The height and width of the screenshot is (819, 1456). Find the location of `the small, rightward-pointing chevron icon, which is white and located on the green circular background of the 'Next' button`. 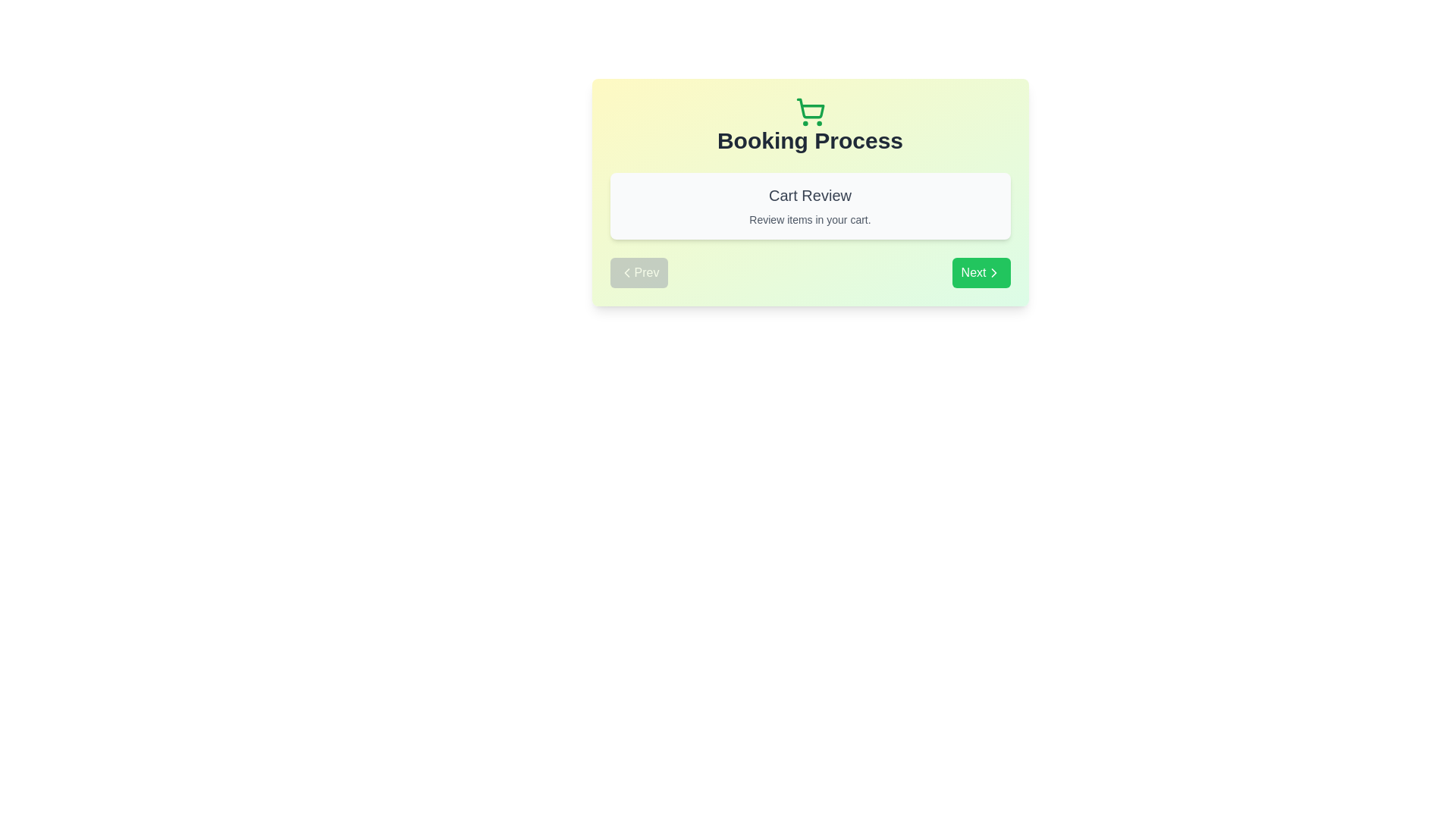

the small, rightward-pointing chevron icon, which is white and located on the green circular background of the 'Next' button is located at coordinates (993, 271).